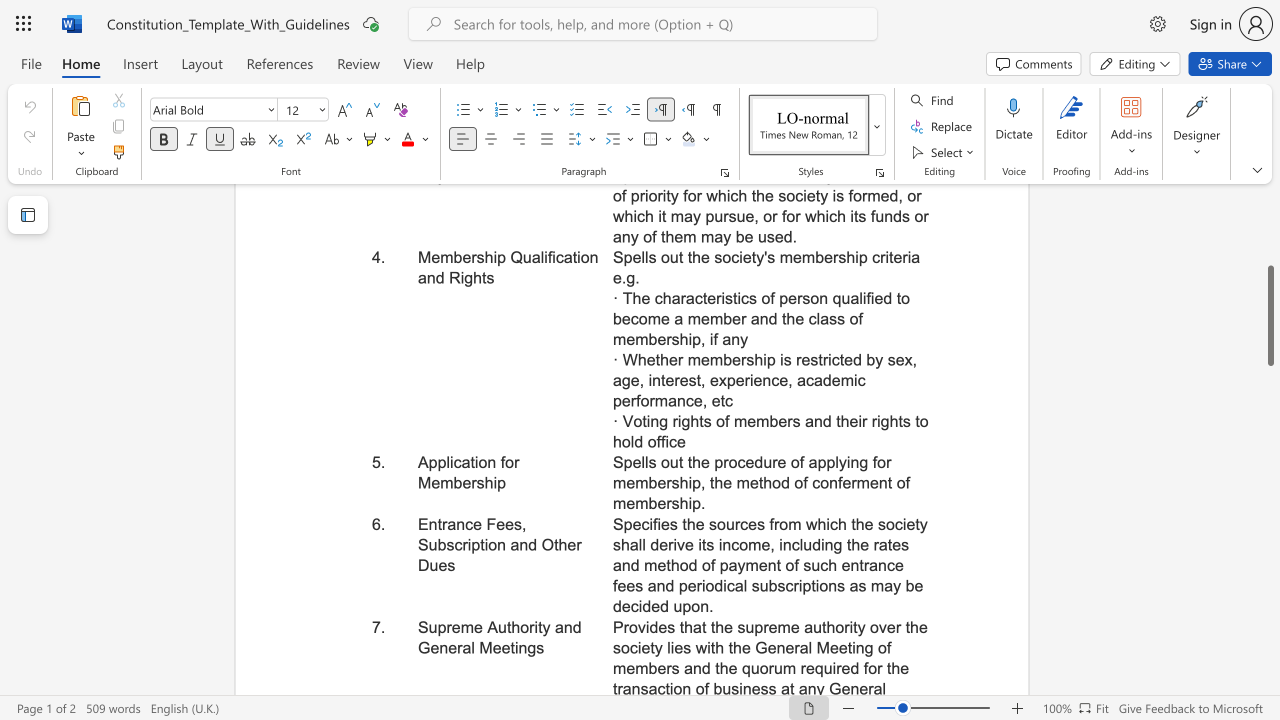 The height and width of the screenshot is (720, 1280). I want to click on the scrollbar and move up 120 pixels, so click(1269, 315).